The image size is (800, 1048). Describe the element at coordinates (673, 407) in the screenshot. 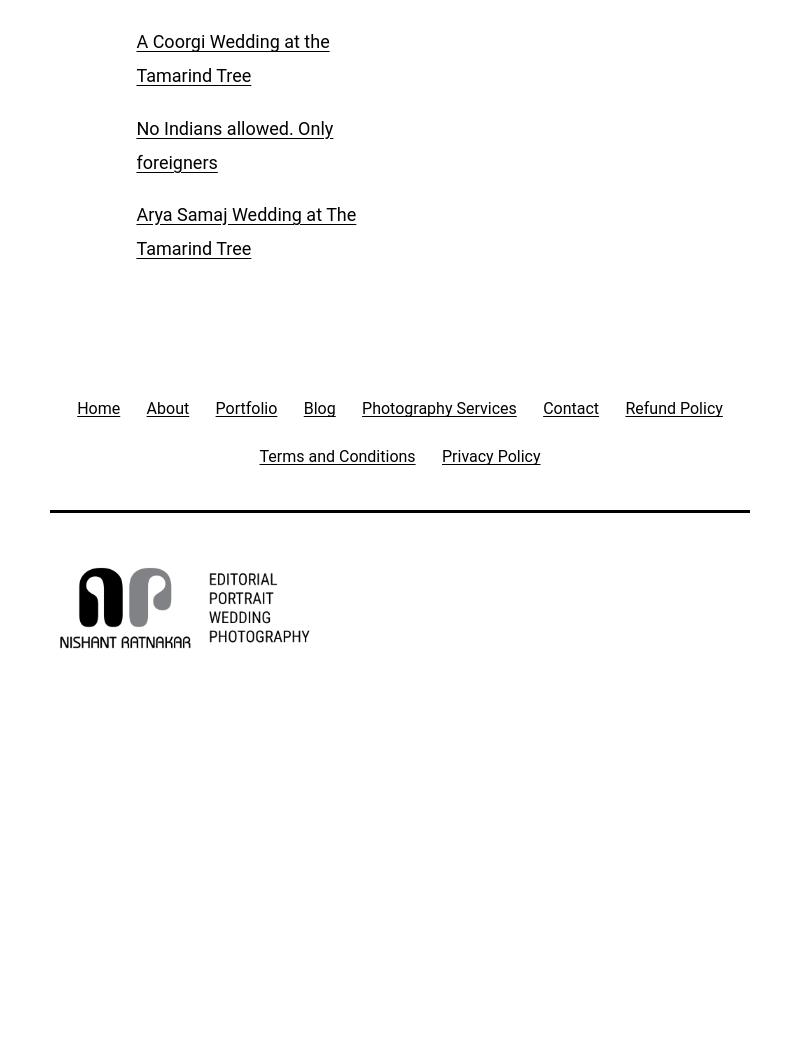

I see `'Refund Policy'` at that location.